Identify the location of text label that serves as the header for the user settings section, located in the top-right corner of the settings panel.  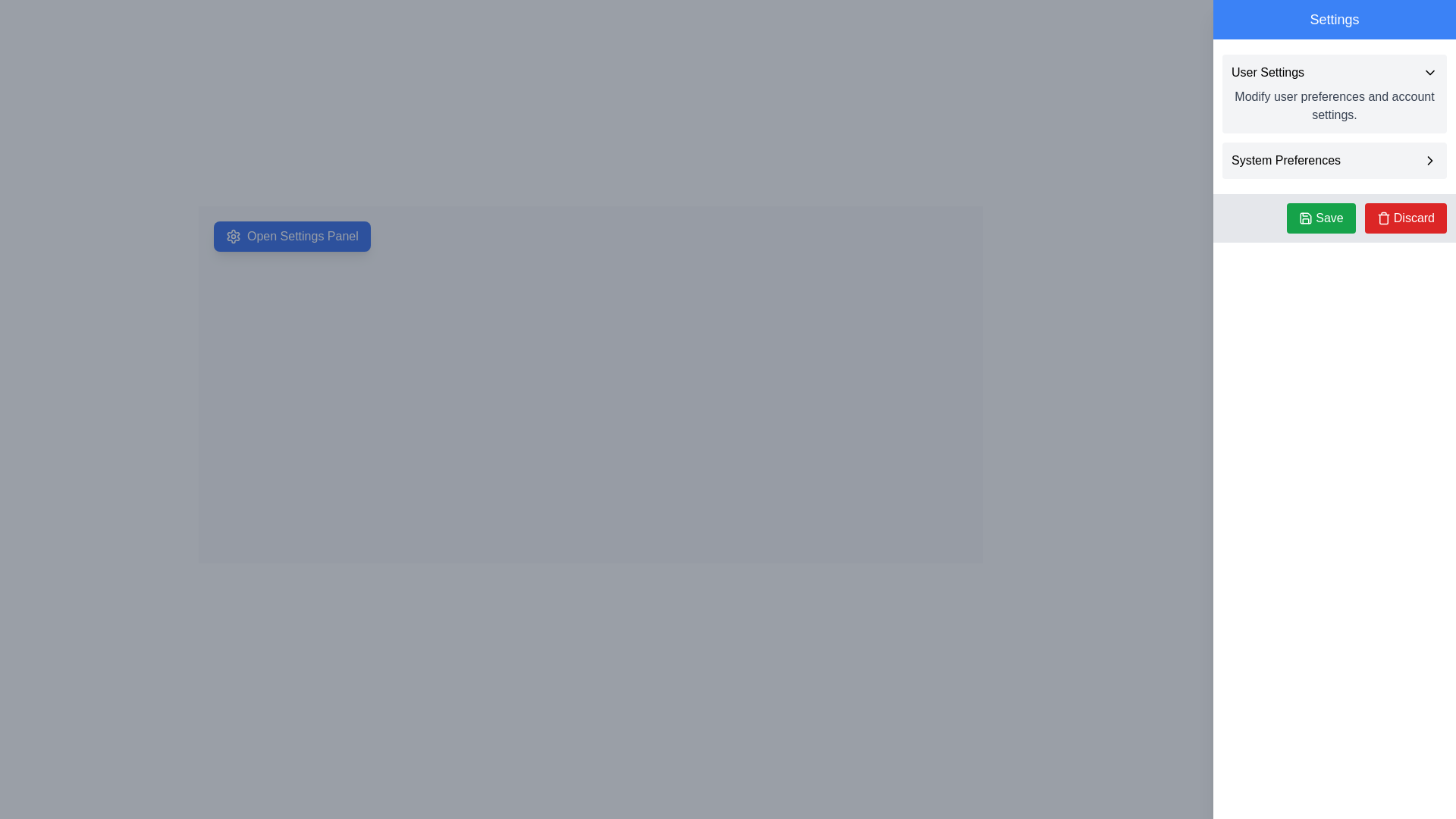
(1267, 73).